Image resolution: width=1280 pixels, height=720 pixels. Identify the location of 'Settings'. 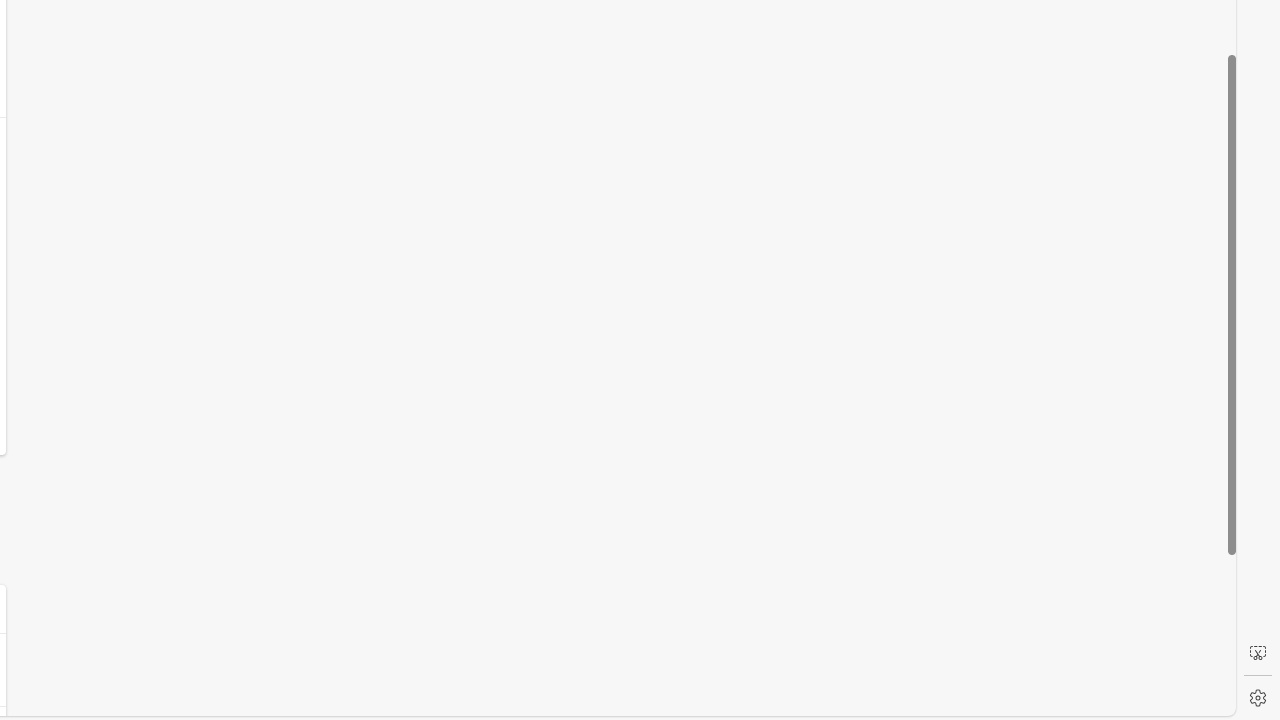
(1256, 696).